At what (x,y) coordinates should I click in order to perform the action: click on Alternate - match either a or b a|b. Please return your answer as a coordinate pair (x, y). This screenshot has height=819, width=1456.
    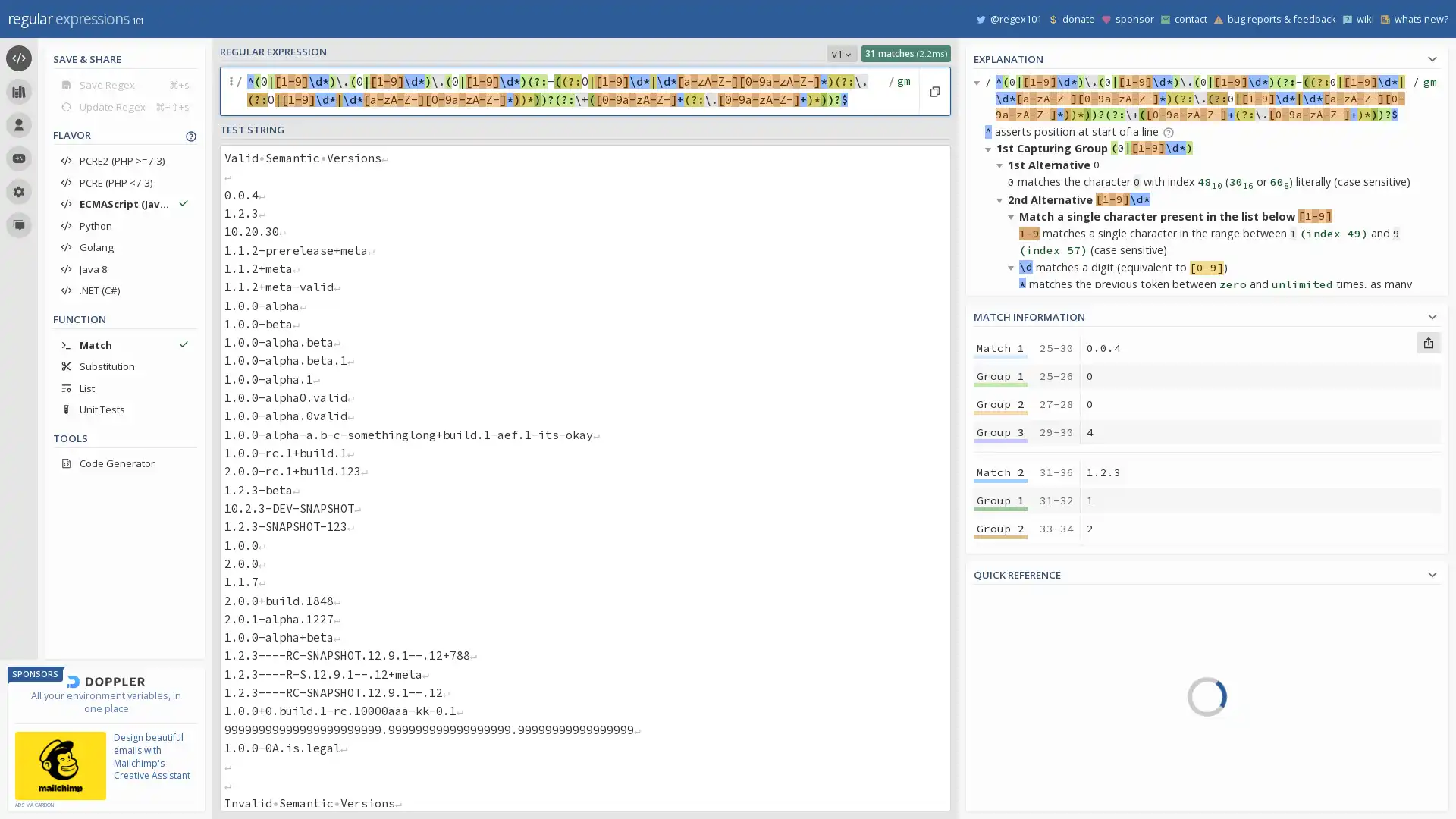
    Looking at the image, I should click on (1282, 730).